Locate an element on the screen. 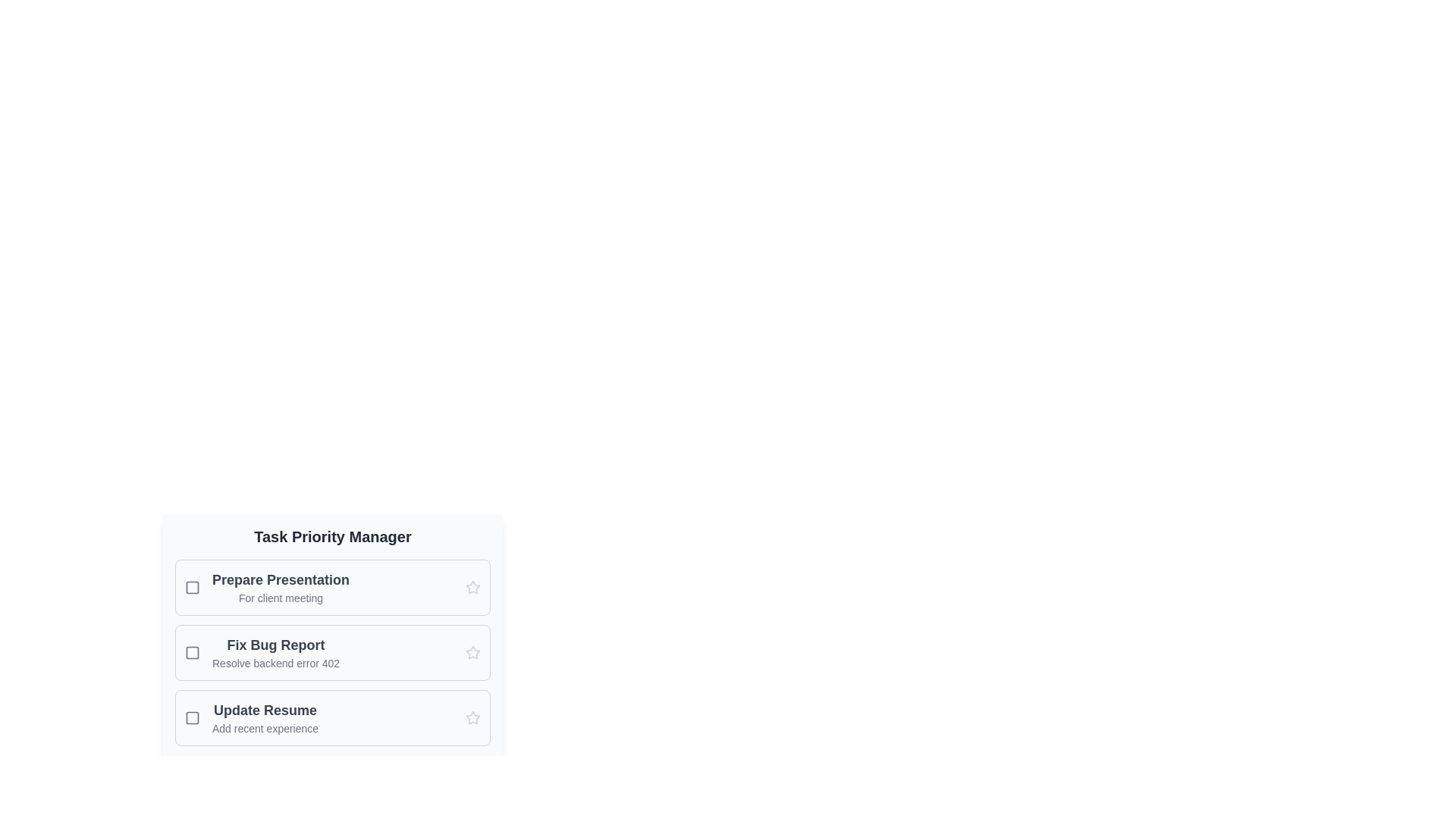  the checkbox of the task 'Fix Bug Report' in the Task Priority Manager to mark it as complete is located at coordinates (331, 651).